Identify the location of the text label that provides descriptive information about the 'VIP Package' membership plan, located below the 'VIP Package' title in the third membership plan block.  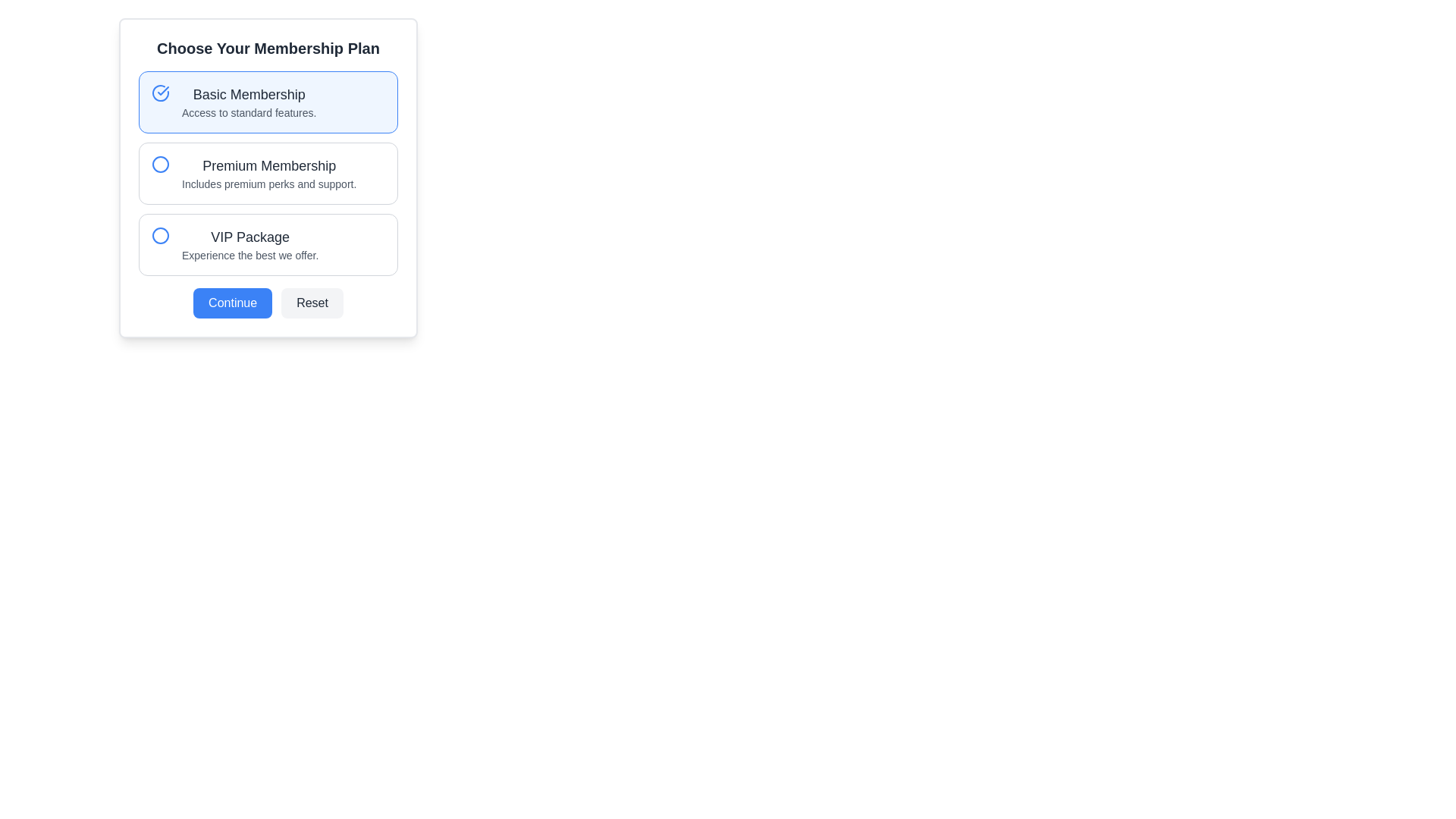
(250, 254).